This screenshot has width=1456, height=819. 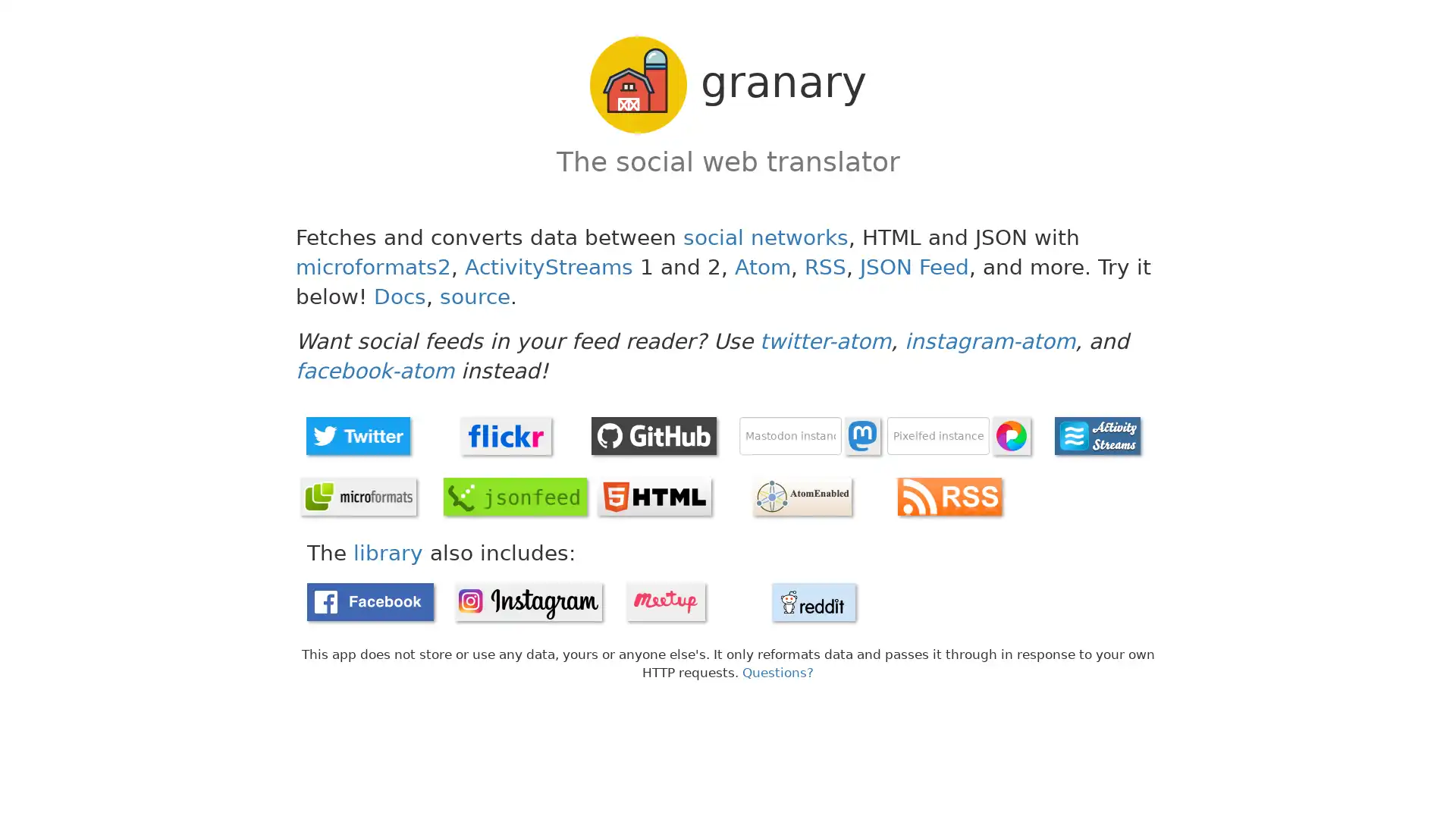 I want to click on Mastodon, so click(x=862, y=435).